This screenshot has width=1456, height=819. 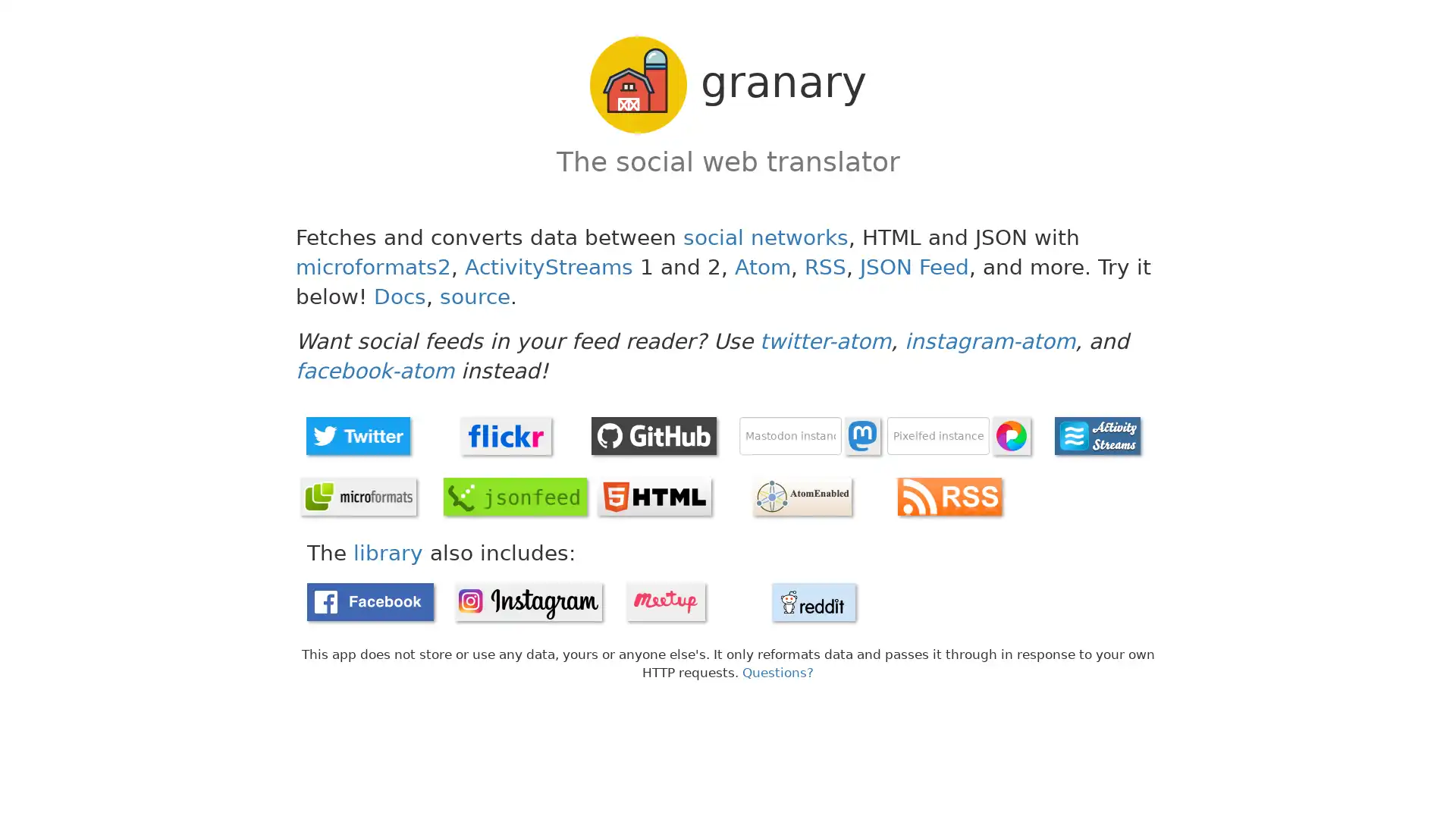 I want to click on Mastodon, so click(x=862, y=435).